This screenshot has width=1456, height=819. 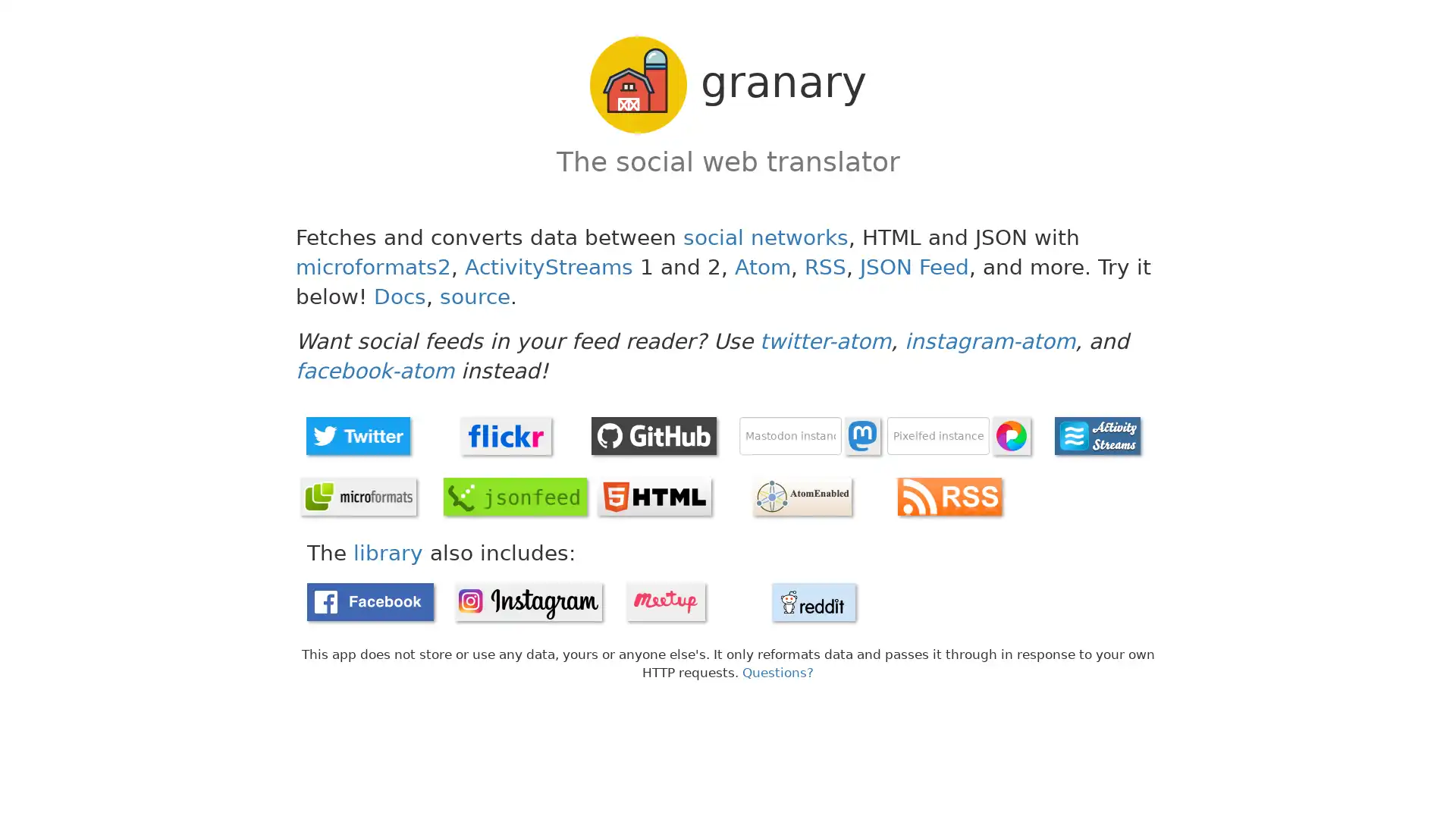 I want to click on Mastodon, so click(x=862, y=435).